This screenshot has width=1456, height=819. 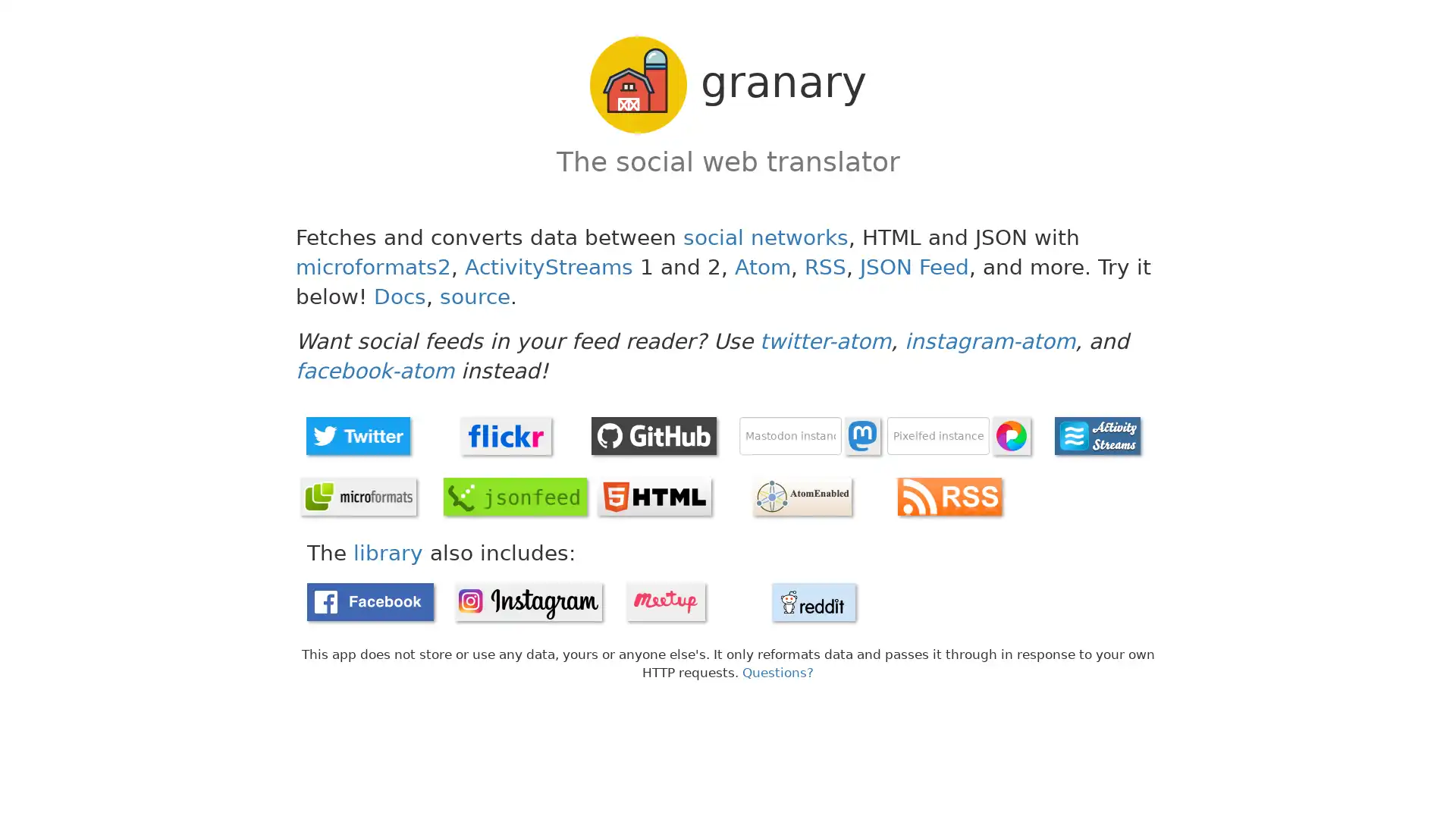 I want to click on Mastodon, so click(x=862, y=435).